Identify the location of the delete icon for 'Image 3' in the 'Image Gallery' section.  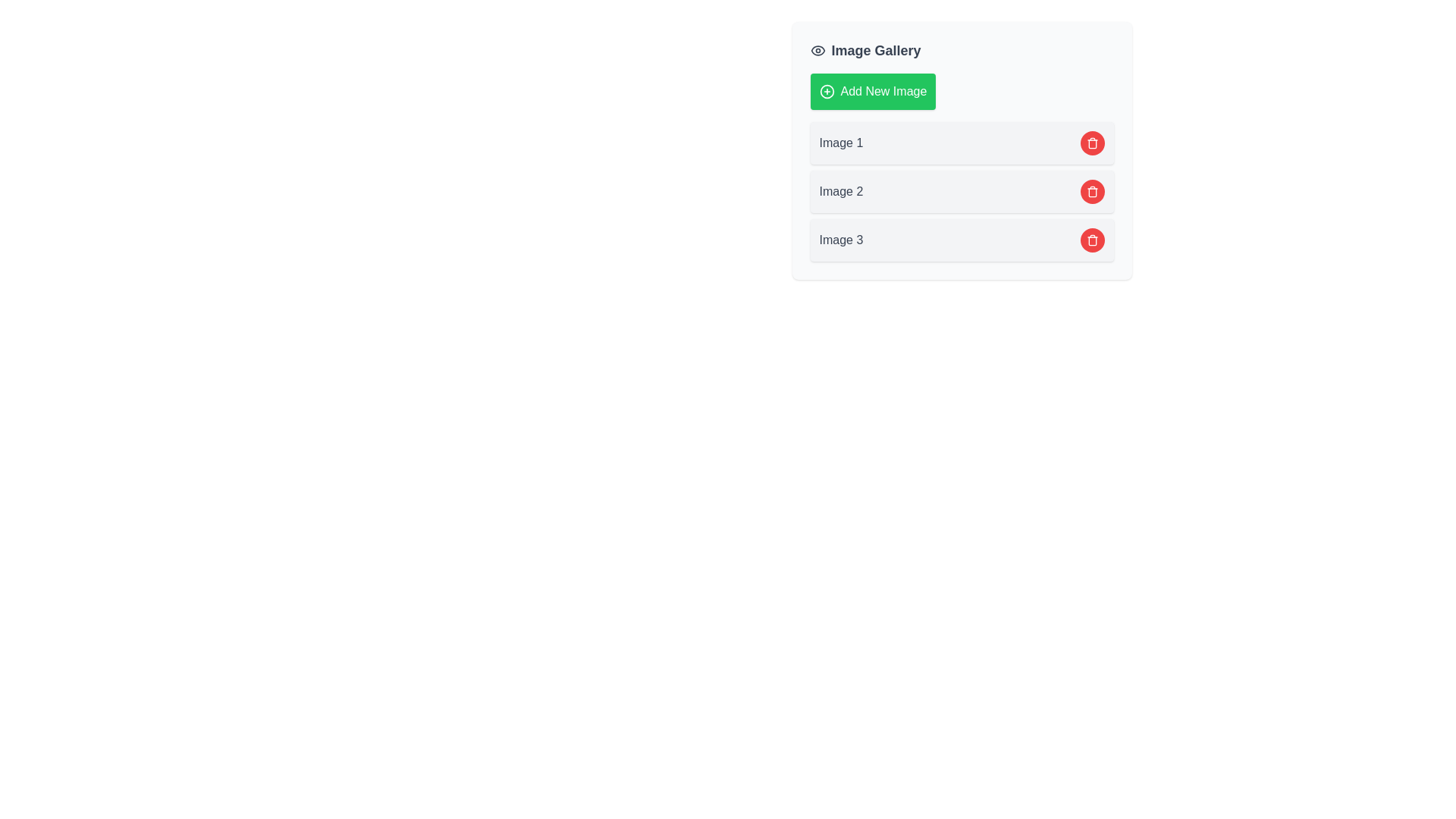
(1092, 191).